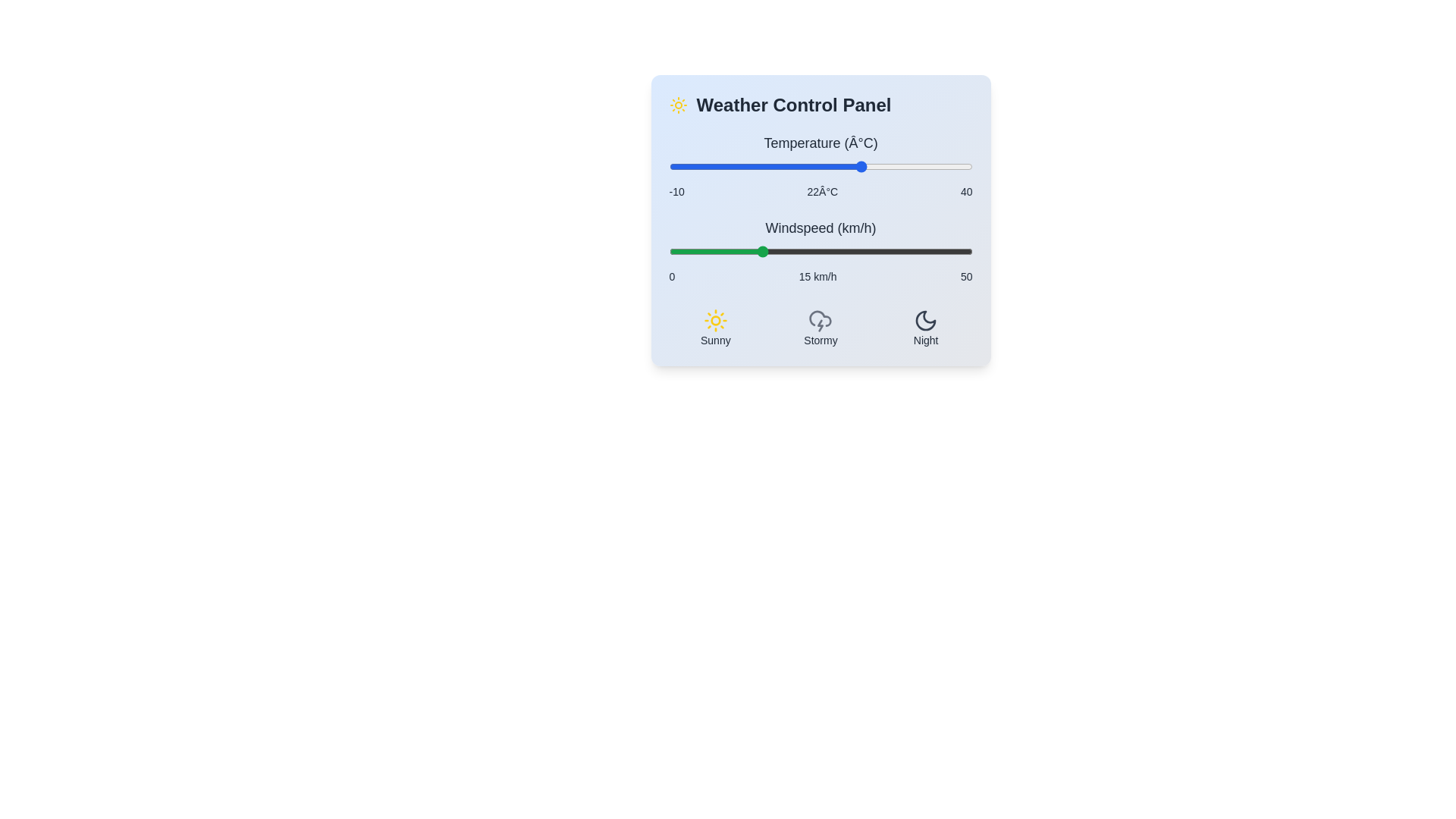 This screenshot has width=1456, height=819. Describe the element at coordinates (820, 320) in the screenshot. I see `the cloud icon with a lightning bolt beneath it, which represents the stormy weather option` at that location.